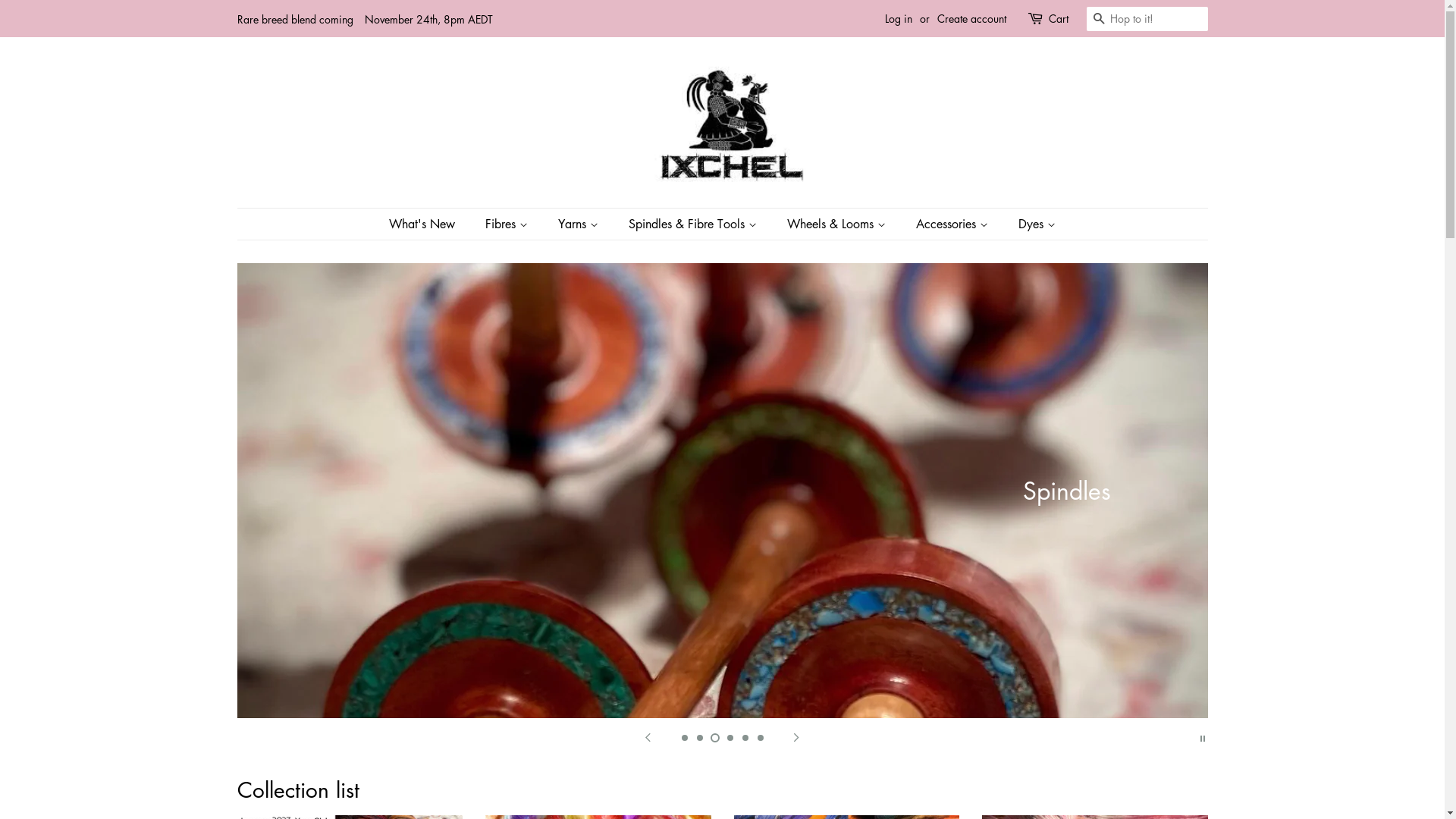 This screenshot has width=1456, height=819. I want to click on 'Spindles & Fibre Tools', so click(694, 224).